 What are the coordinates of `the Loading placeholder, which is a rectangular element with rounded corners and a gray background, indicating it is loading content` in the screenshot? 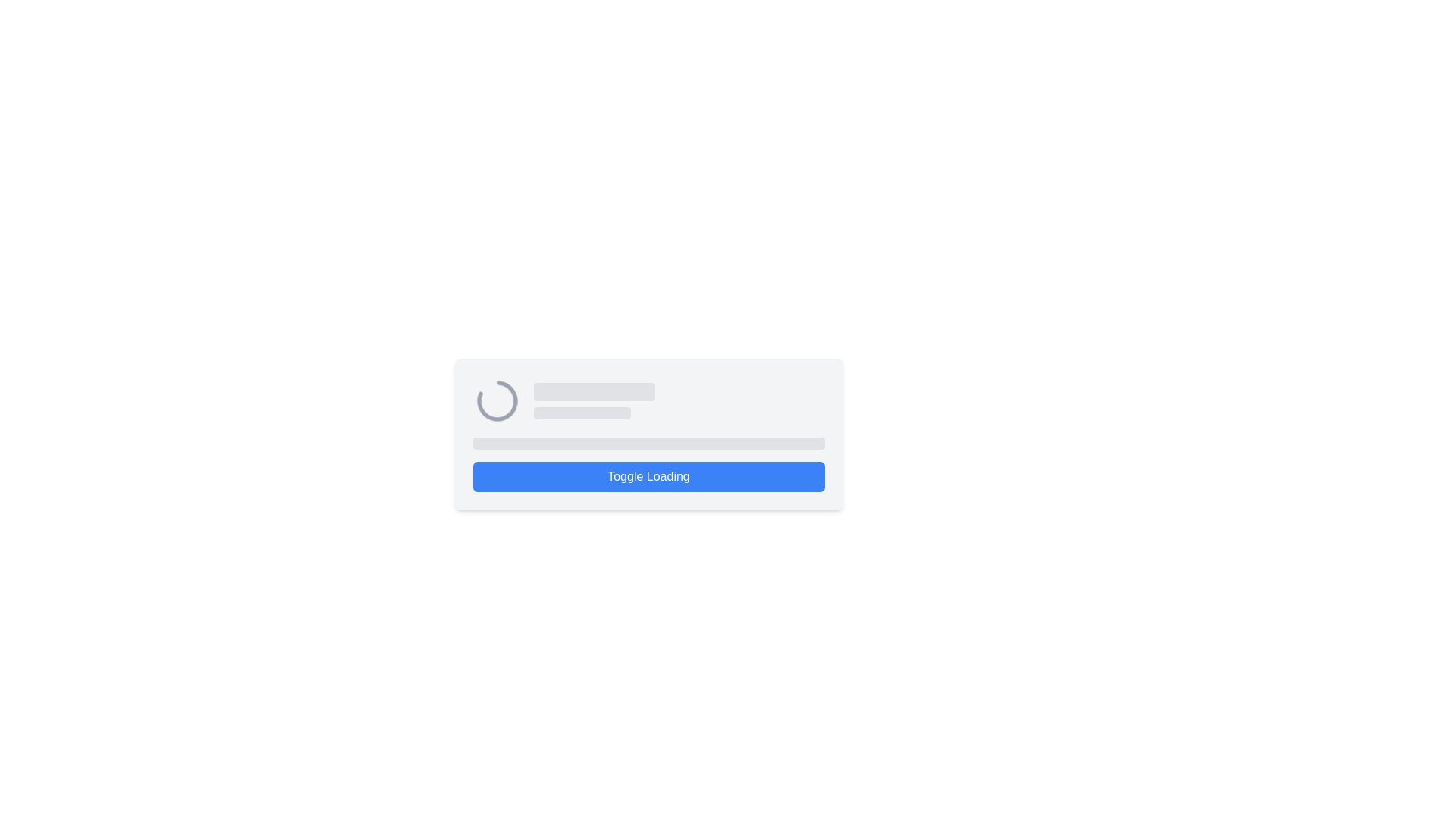 It's located at (581, 413).